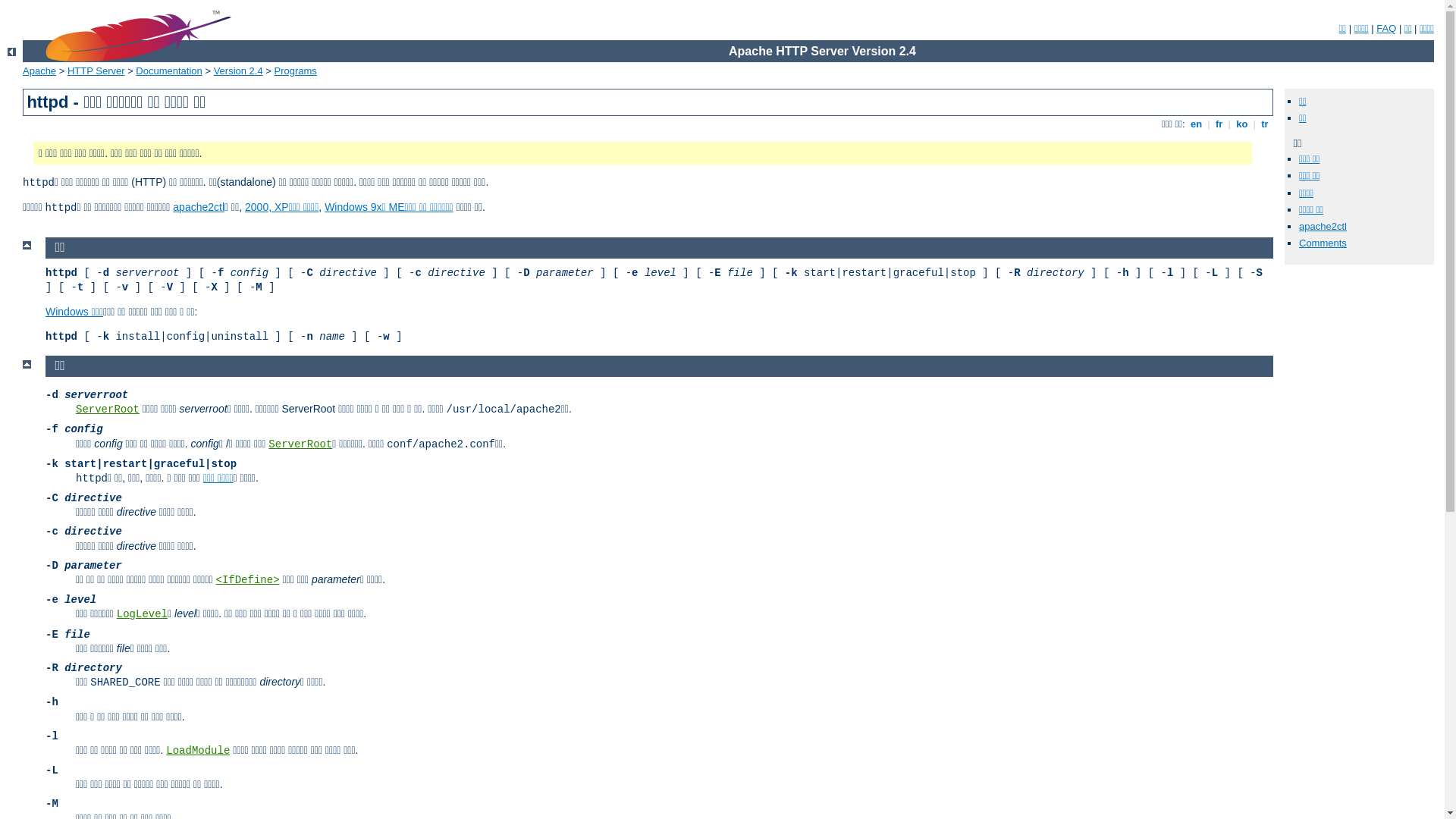 The image size is (1456, 819). What do you see at coordinates (237, 71) in the screenshot?
I see `'Version 2.4'` at bounding box center [237, 71].